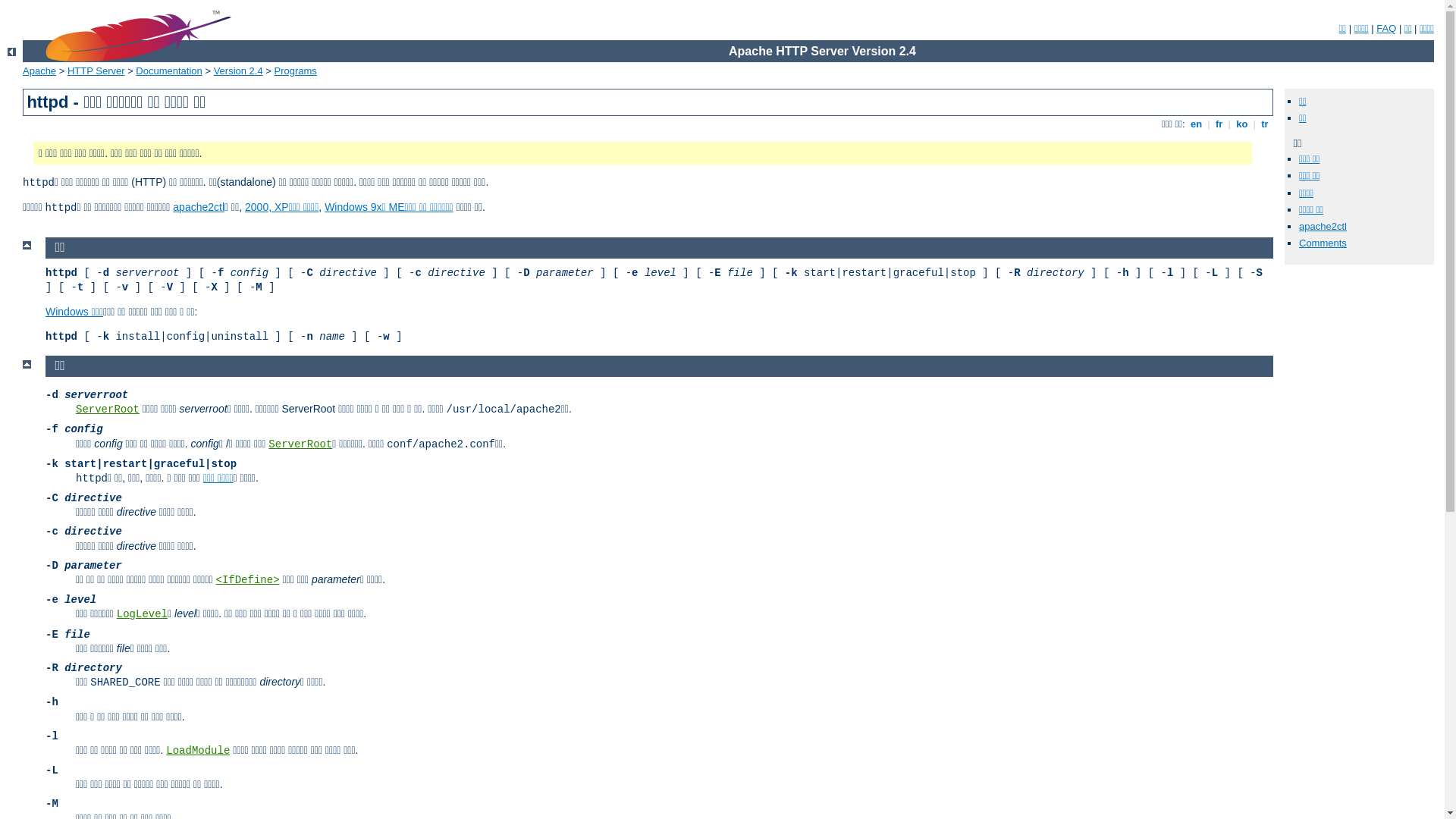 The image size is (1456, 819). What do you see at coordinates (237, 71) in the screenshot?
I see `'Version 2.4'` at bounding box center [237, 71].